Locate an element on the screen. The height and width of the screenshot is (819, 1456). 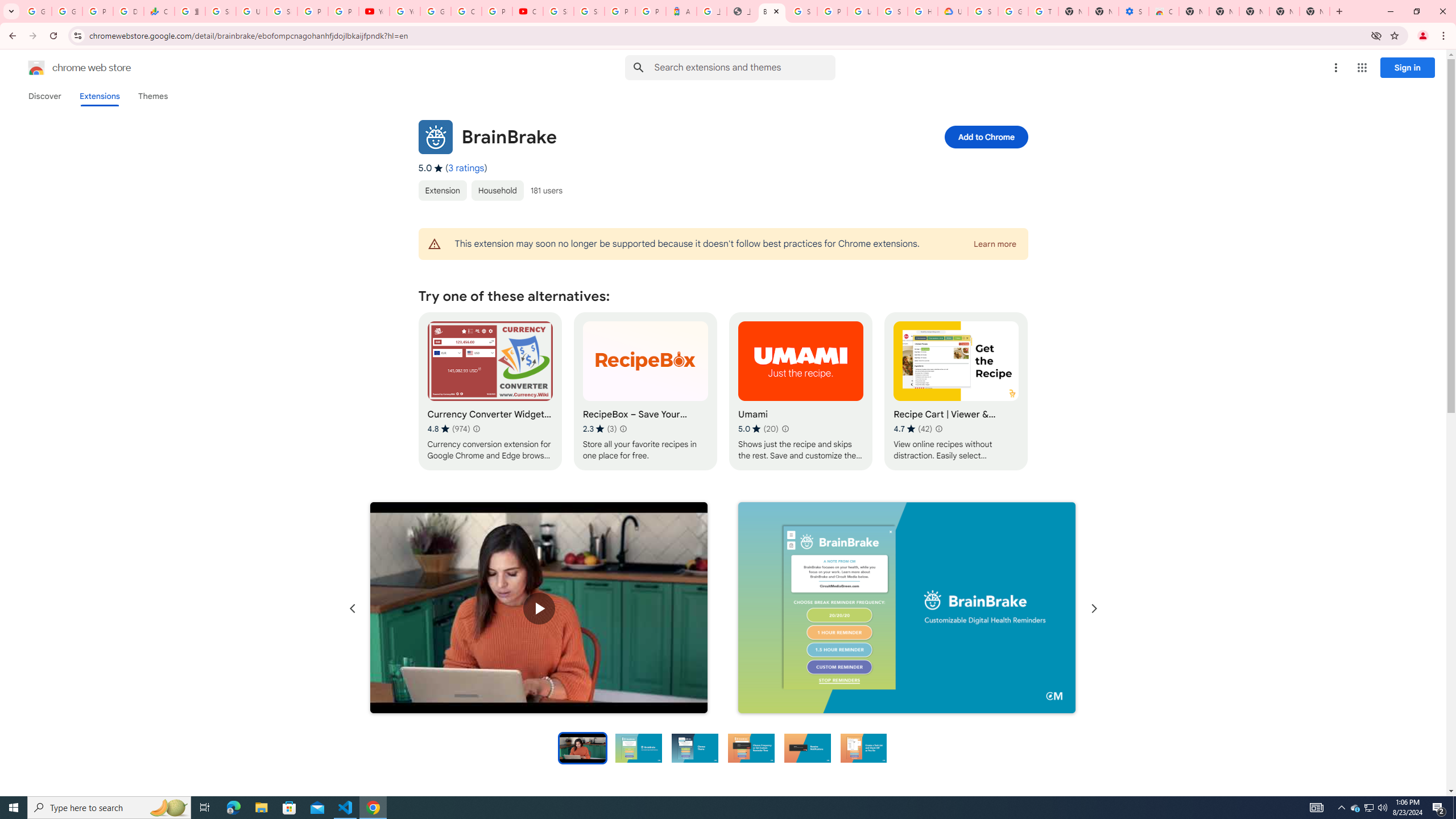
'Sign in - Google Accounts' is located at coordinates (559, 11).